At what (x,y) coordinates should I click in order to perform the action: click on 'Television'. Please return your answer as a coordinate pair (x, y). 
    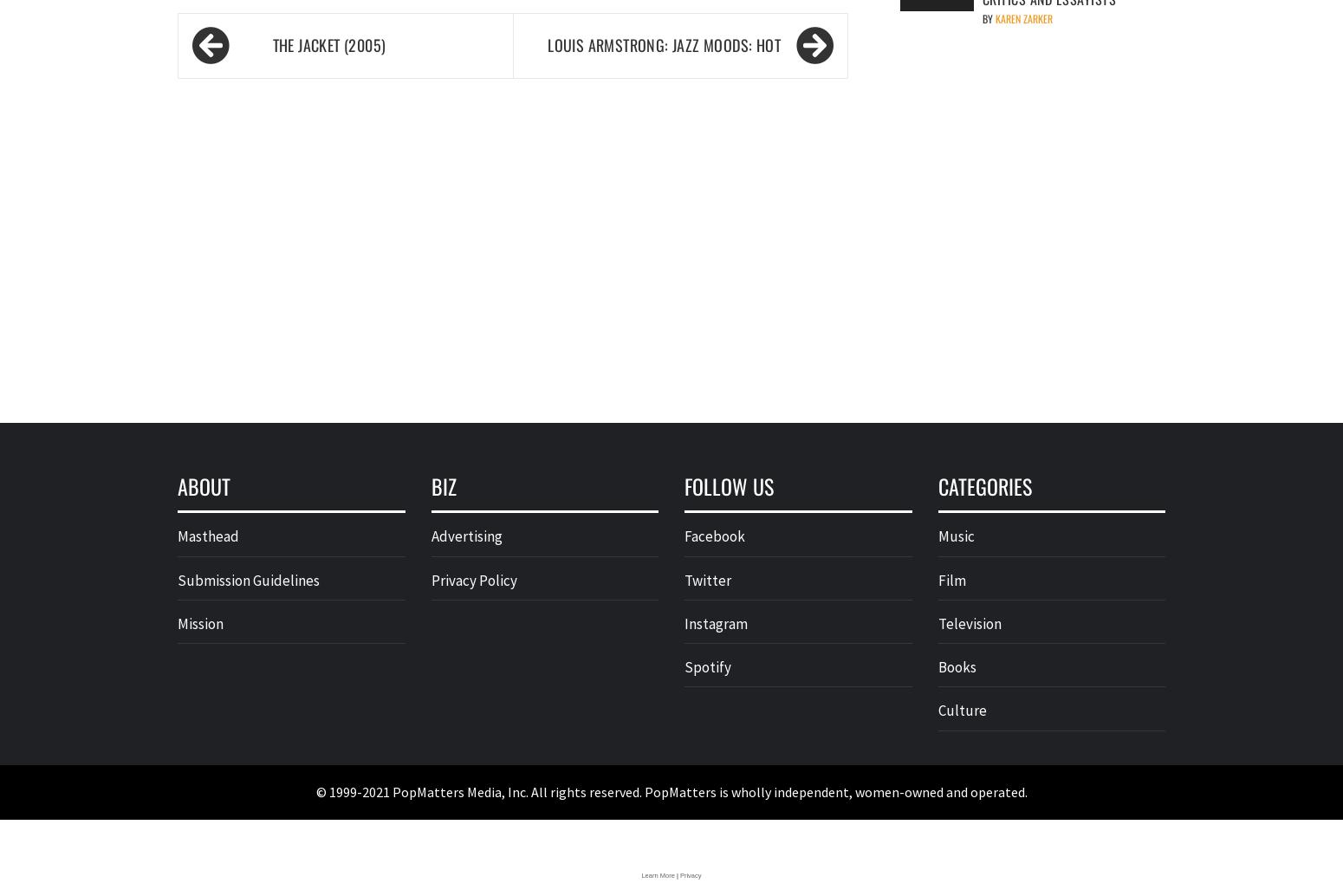
    Looking at the image, I should click on (938, 623).